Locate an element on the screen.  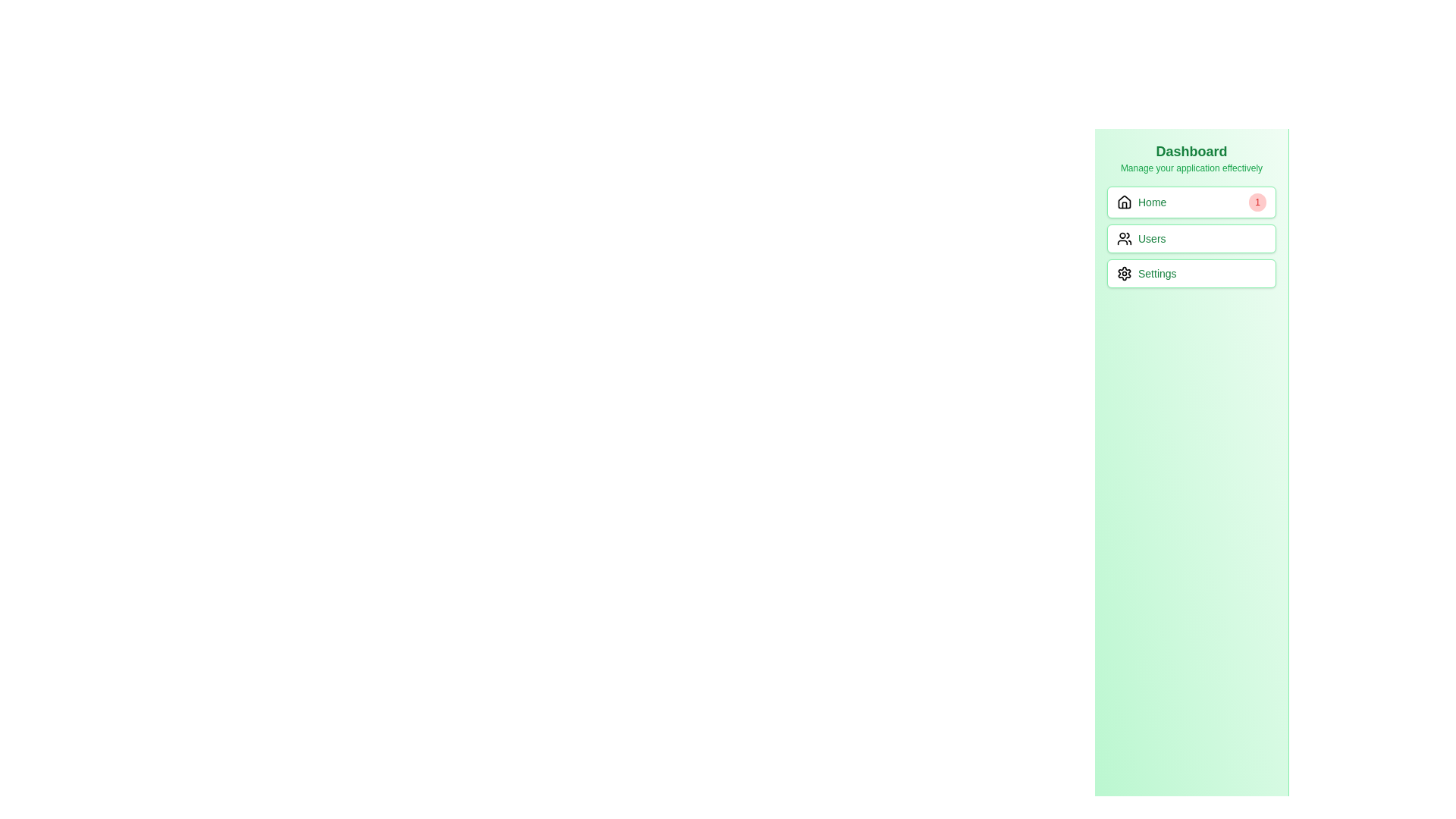
the Text Label that serves as a section title or label, providing context for the content below it is located at coordinates (1191, 152).